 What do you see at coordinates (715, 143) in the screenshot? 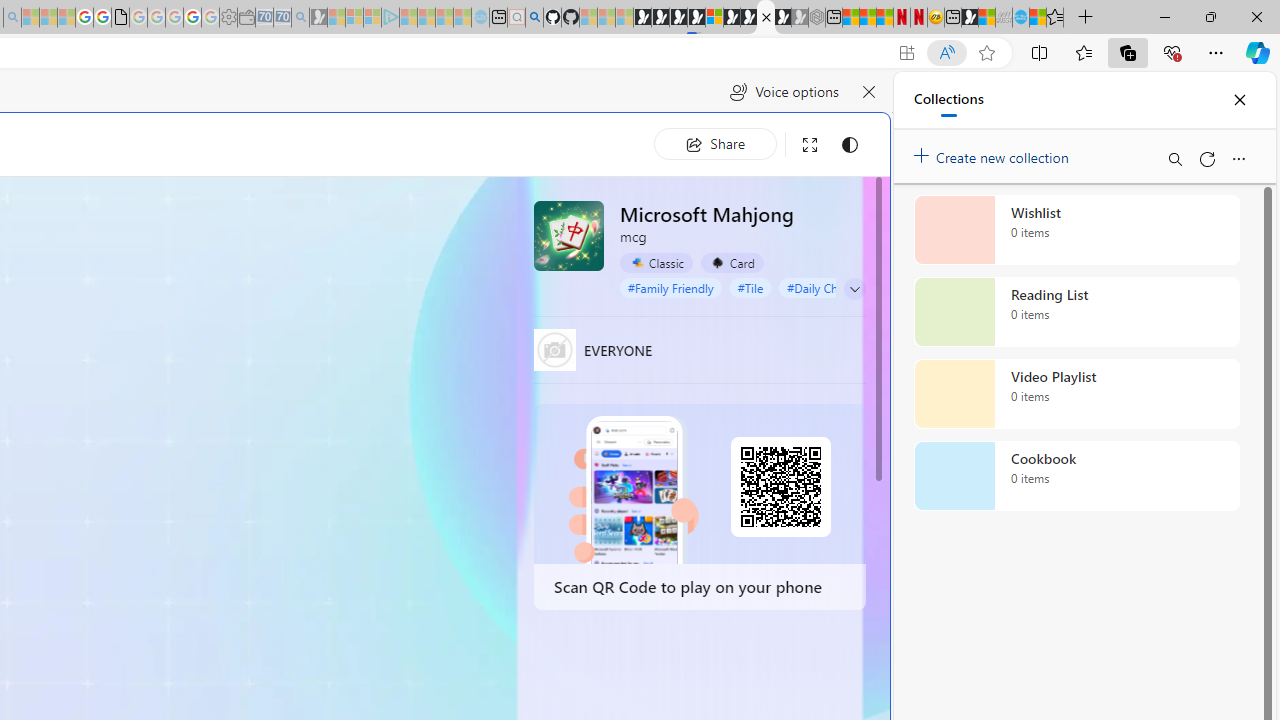
I see `'Share'` at bounding box center [715, 143].